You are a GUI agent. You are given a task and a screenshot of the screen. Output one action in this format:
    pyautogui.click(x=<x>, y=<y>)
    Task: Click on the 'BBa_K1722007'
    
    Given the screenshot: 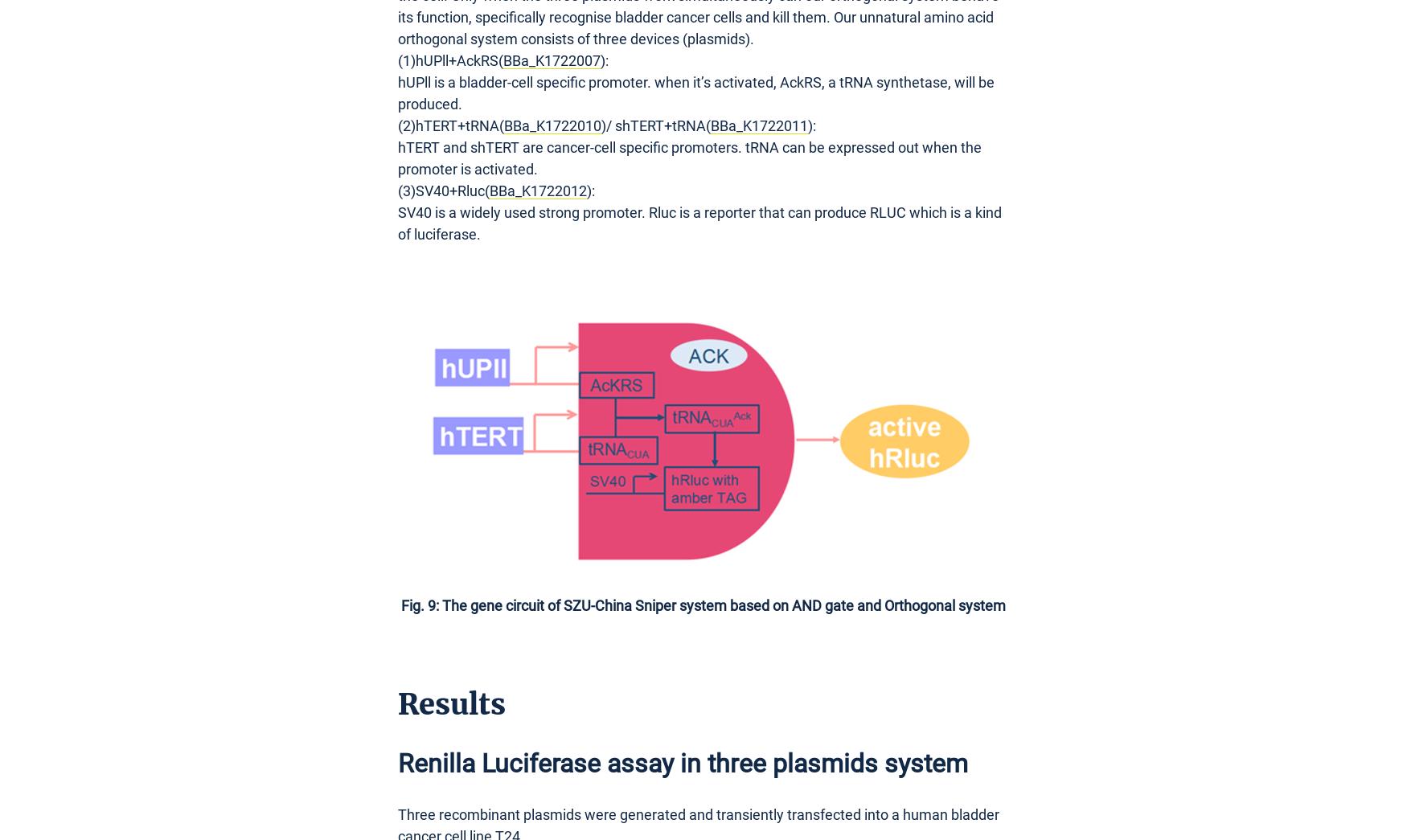 What is the action you would take?
    pyautogui.click(x=551, y=59)
    